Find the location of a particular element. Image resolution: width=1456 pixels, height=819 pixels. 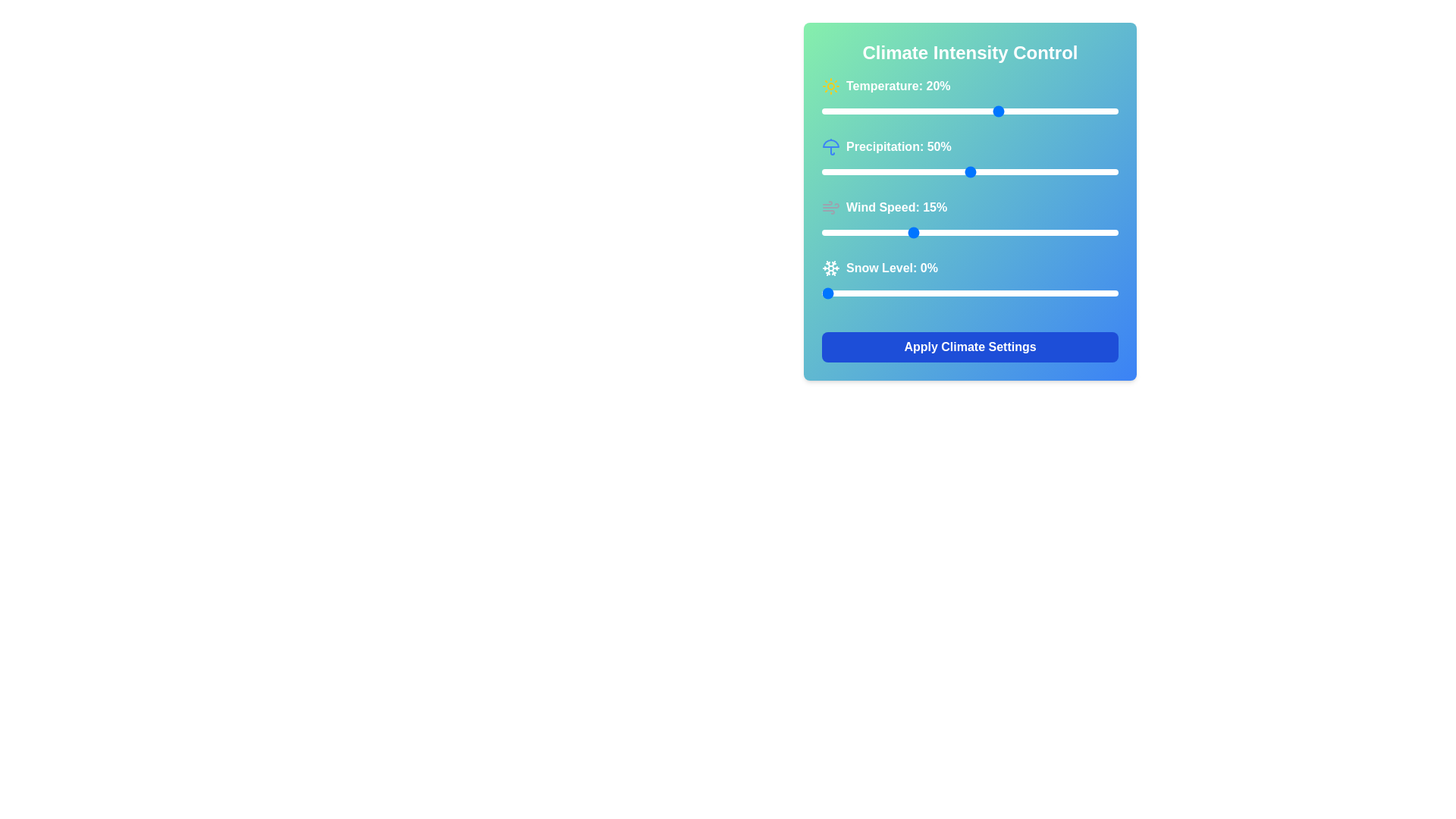

wind speed is located at coordinates (927, 233).